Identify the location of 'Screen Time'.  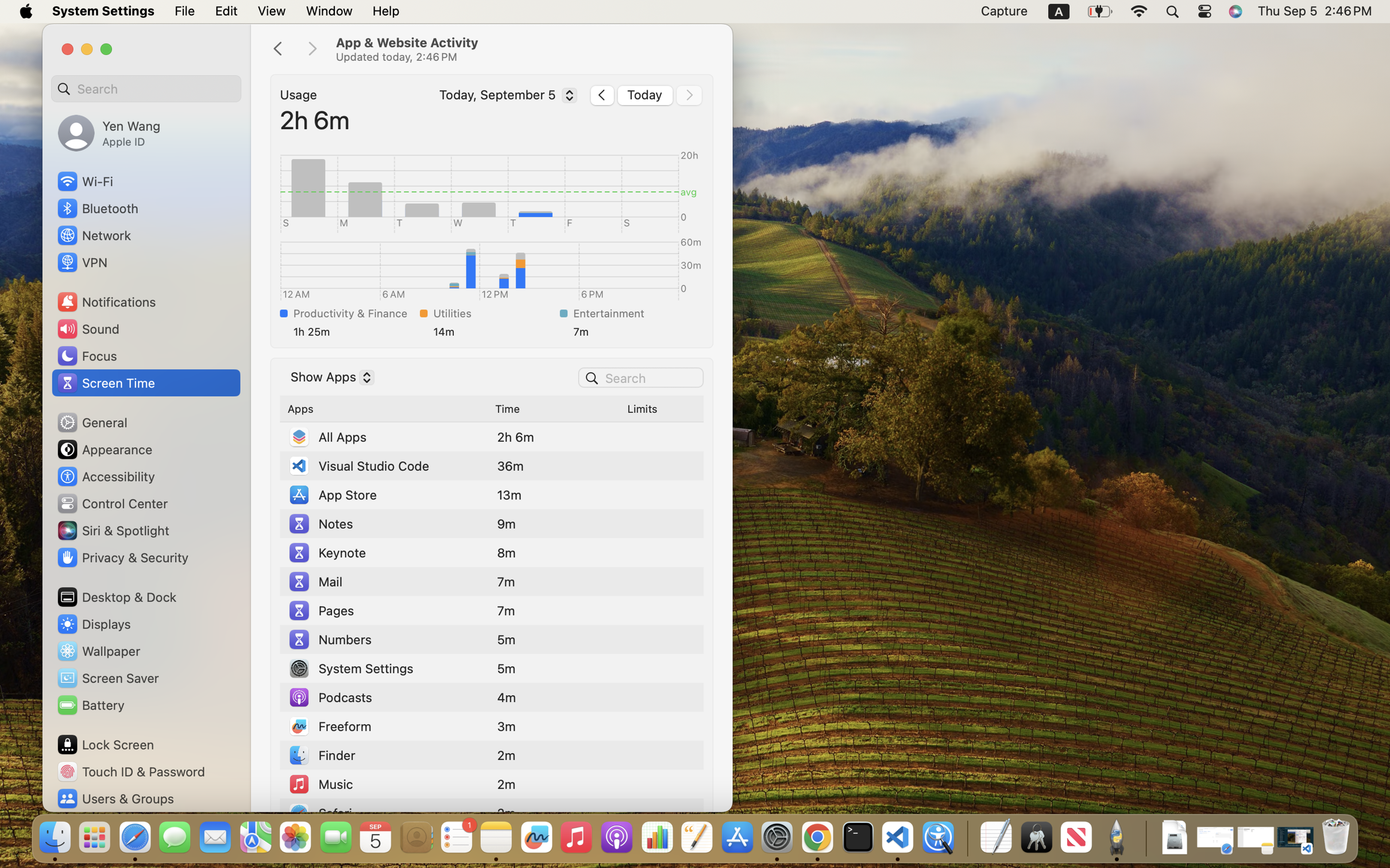
(105, 382).